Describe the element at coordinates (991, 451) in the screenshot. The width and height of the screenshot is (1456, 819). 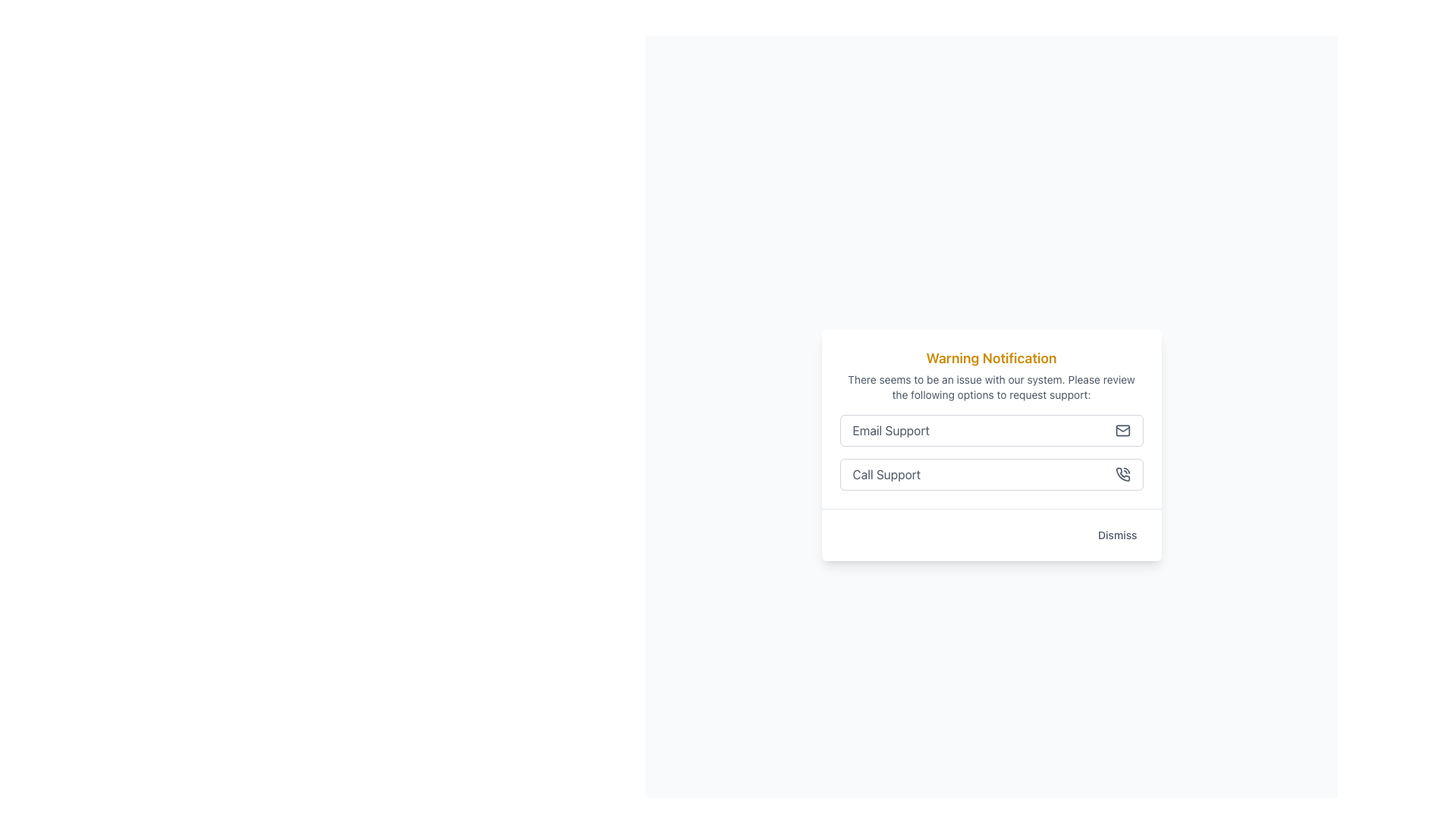
I see `the vertical list of support options buttons, specifically the 'Email Support' and 'Call Support' buttons located at the bottom of the notification panel` at that location.